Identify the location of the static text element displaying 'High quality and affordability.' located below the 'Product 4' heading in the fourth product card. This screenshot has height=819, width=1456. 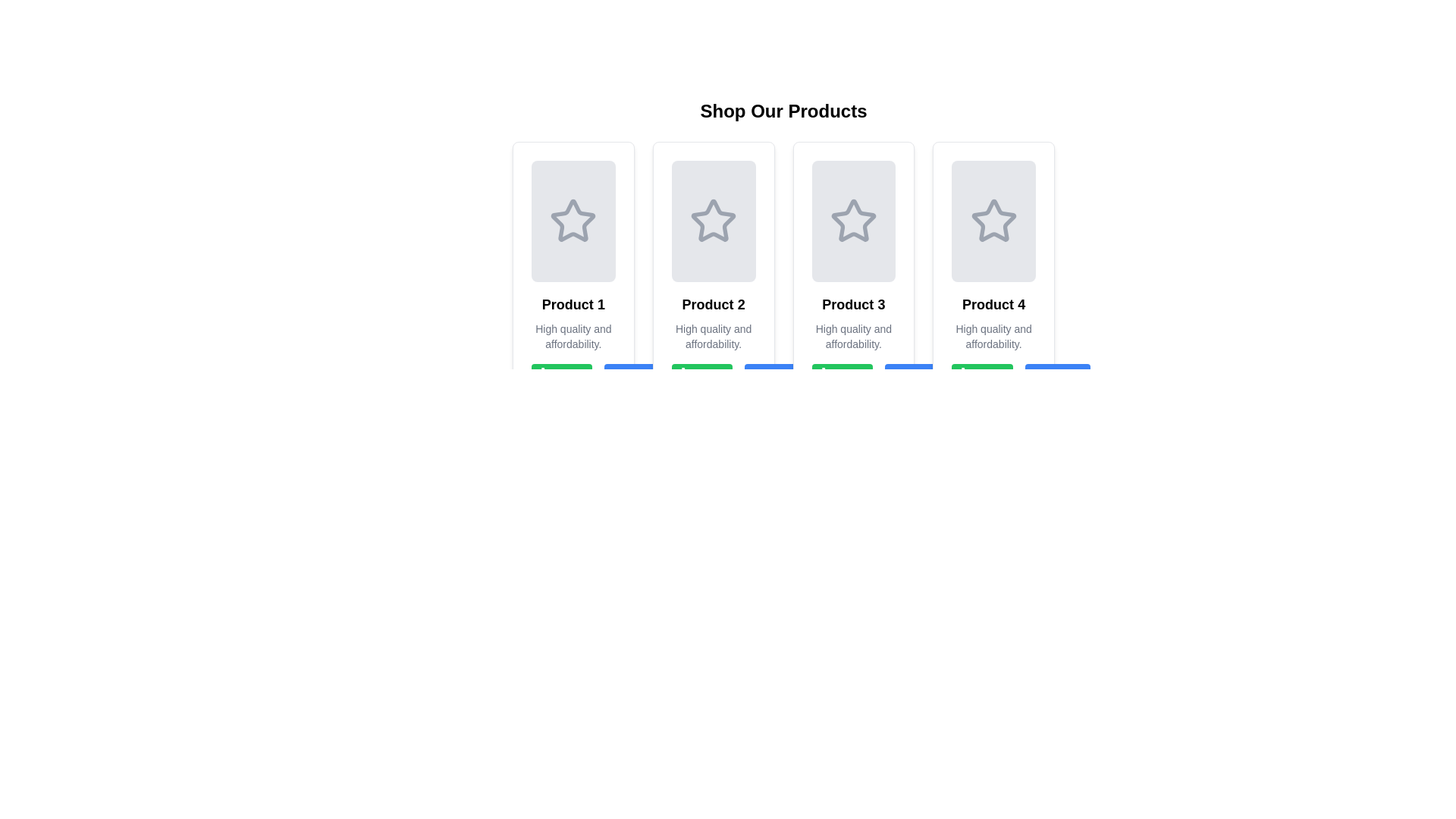
(993, 335).